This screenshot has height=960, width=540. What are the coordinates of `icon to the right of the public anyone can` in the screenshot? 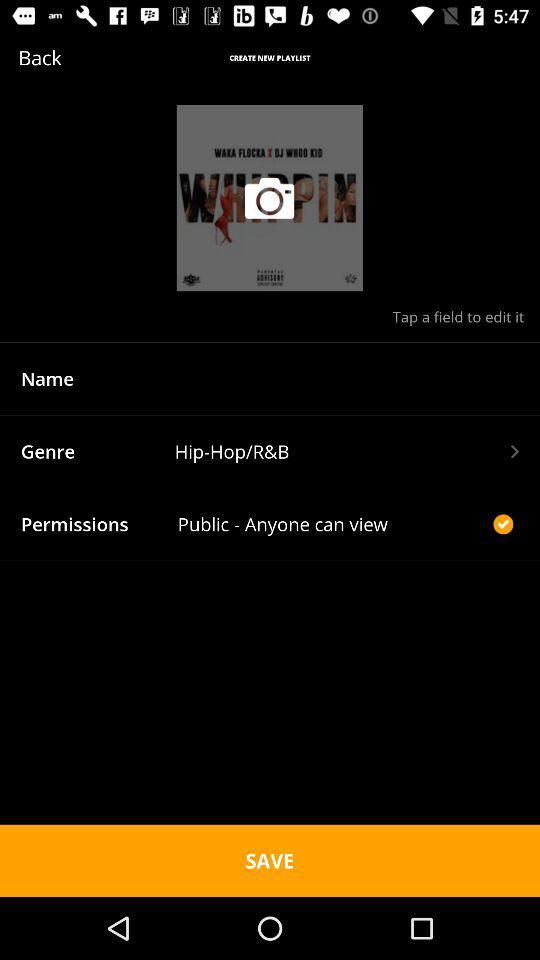 It's located at (502, 523).